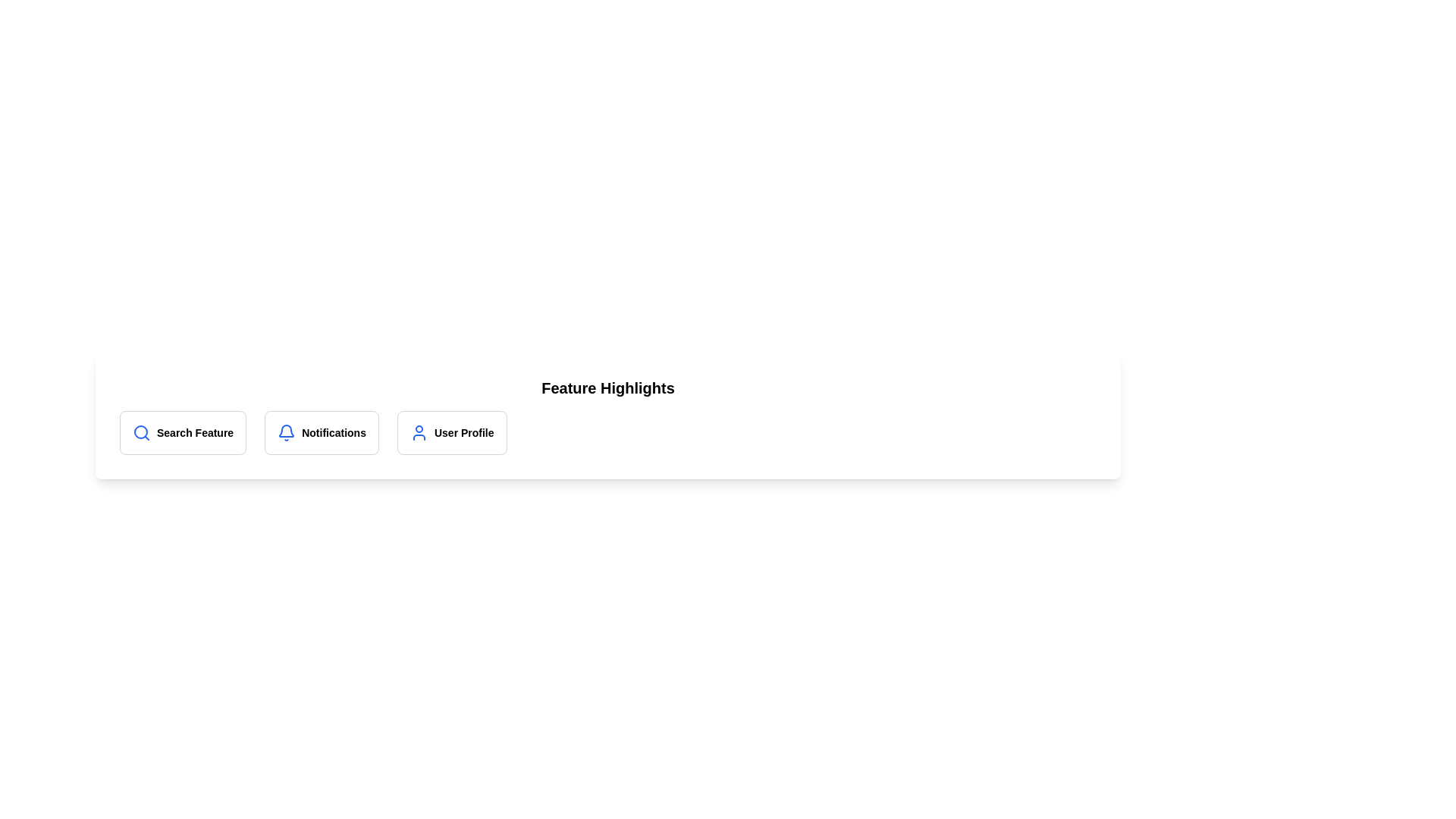 The image size is (1456, 819). Describe the element at coordinates (451, 432) in the screenshot. I see `the chip corresponding to User Profile` at that location.